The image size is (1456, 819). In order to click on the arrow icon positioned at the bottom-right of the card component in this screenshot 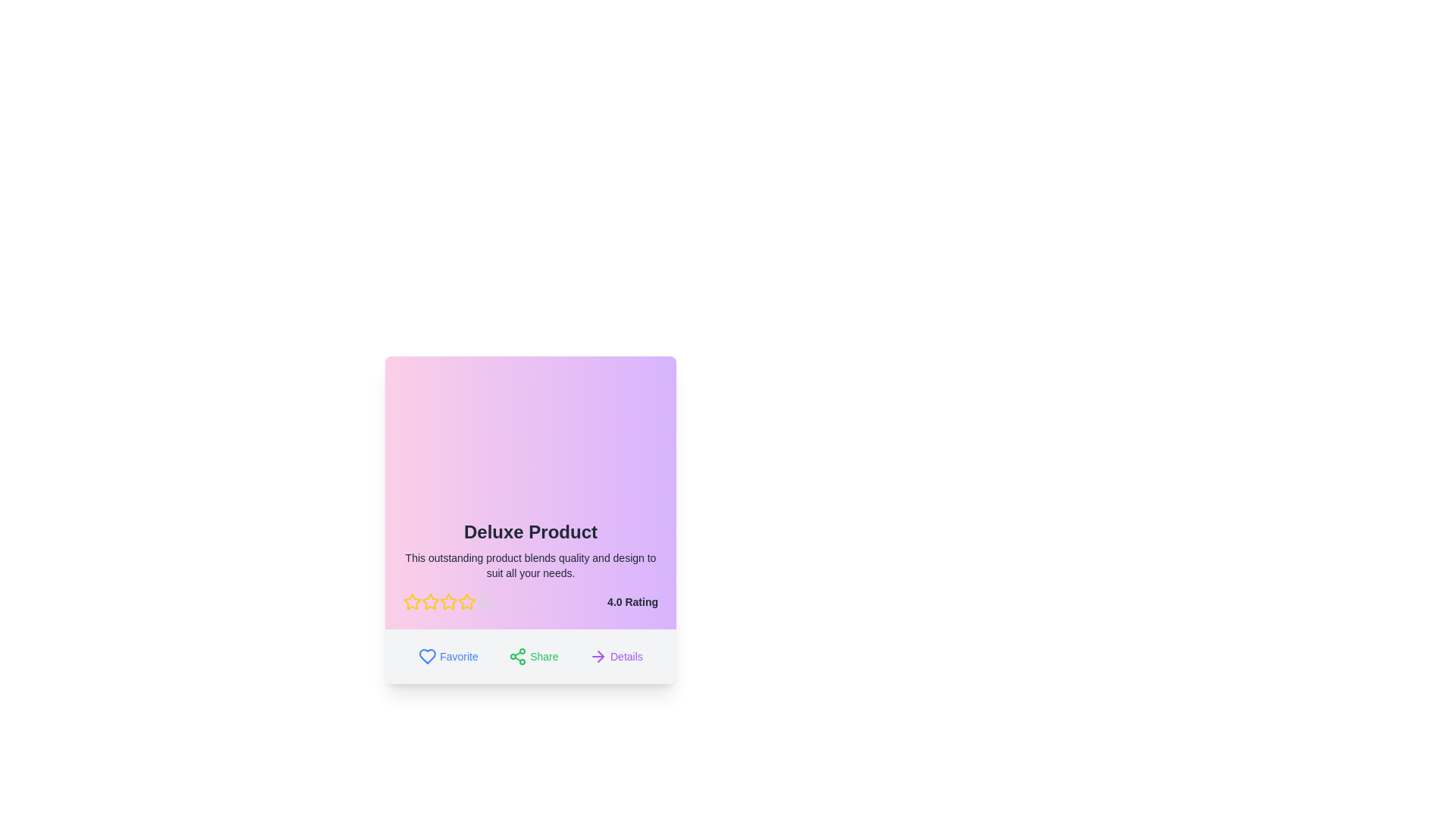, I will do `click(600, 656)`.